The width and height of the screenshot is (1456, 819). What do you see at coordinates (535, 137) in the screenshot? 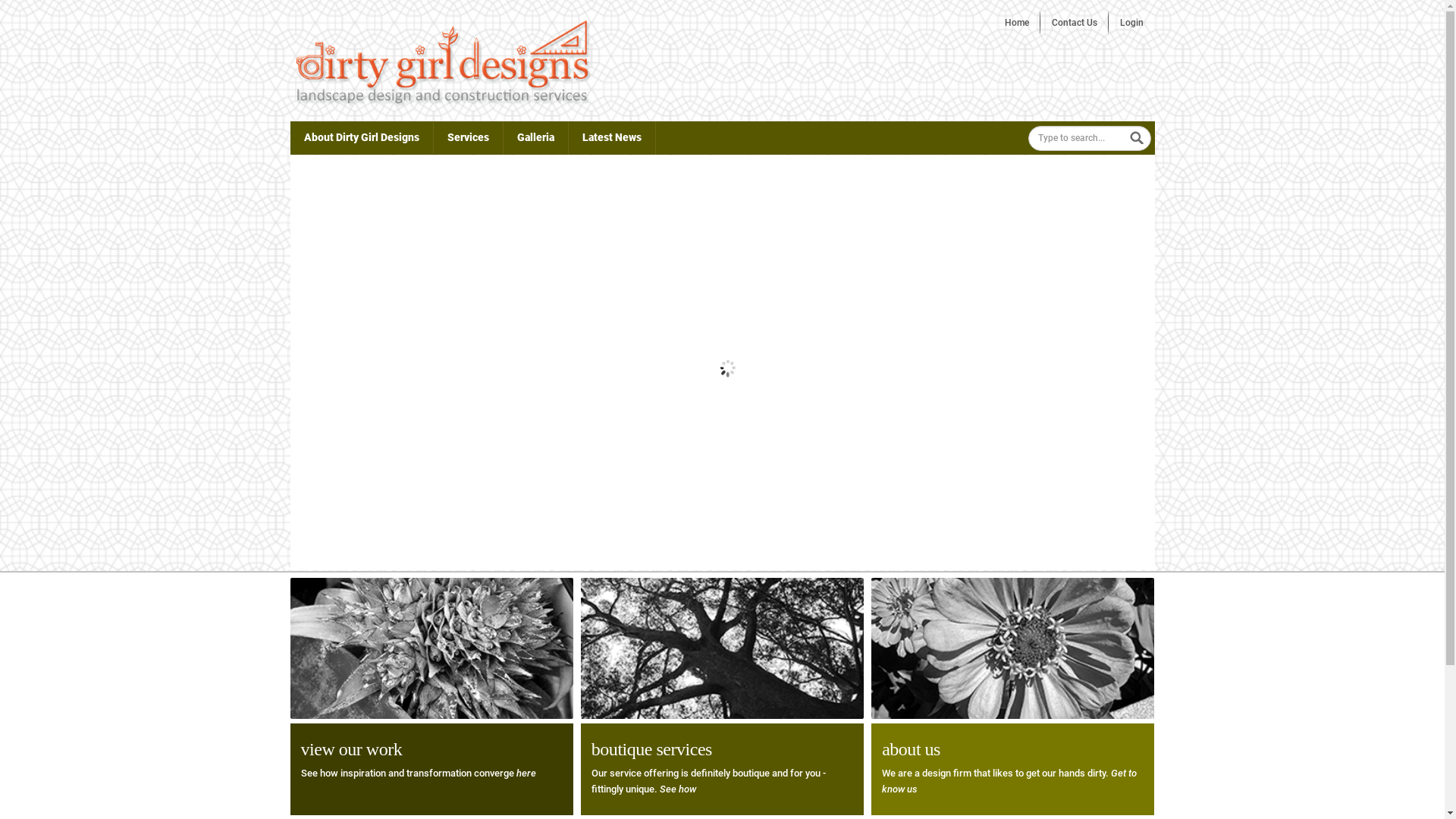
I see `'Galleria'` at bounding box center [535, 137].